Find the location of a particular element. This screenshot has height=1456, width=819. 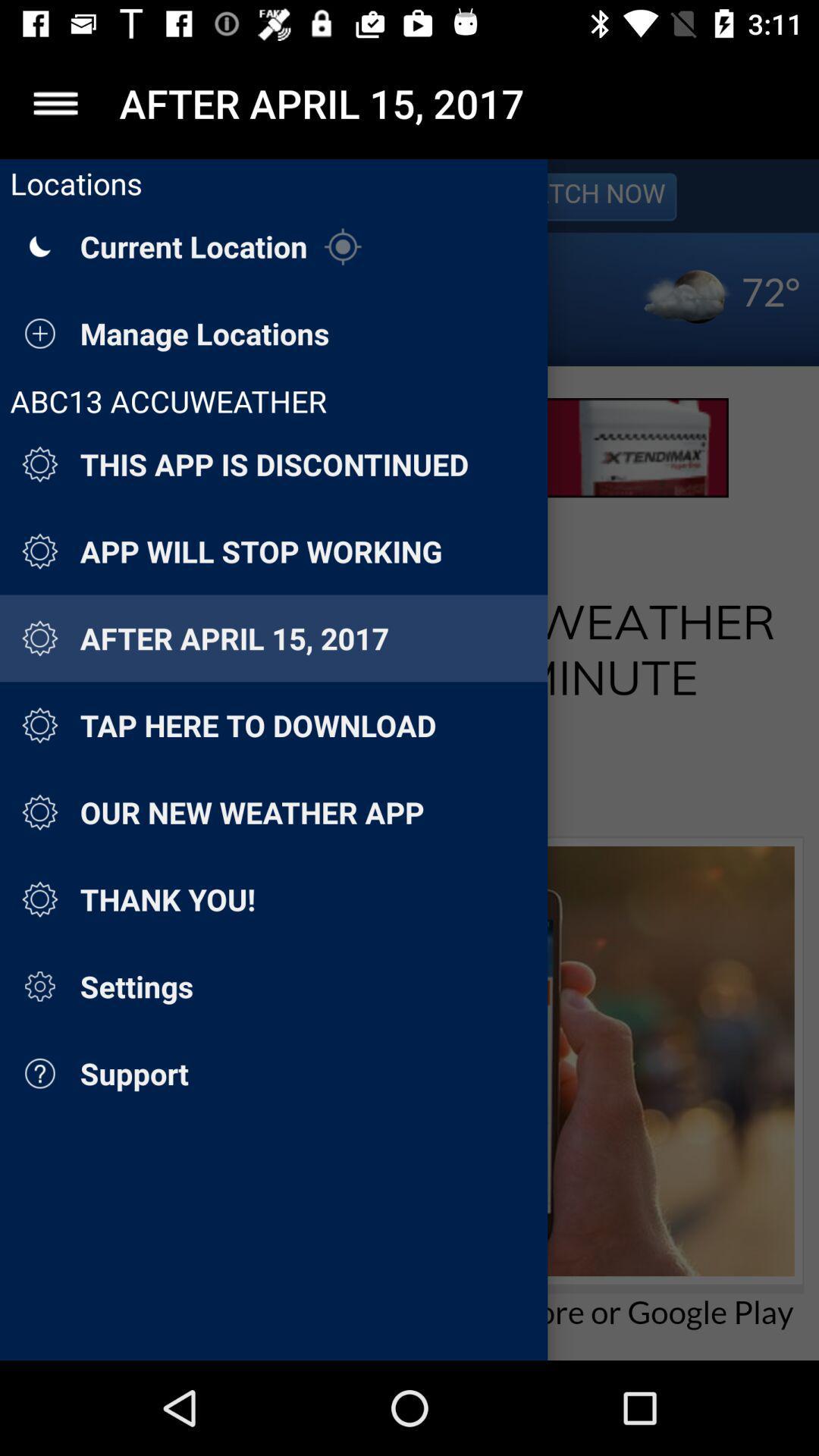

the menu icon is located at coordinates (55, 102).